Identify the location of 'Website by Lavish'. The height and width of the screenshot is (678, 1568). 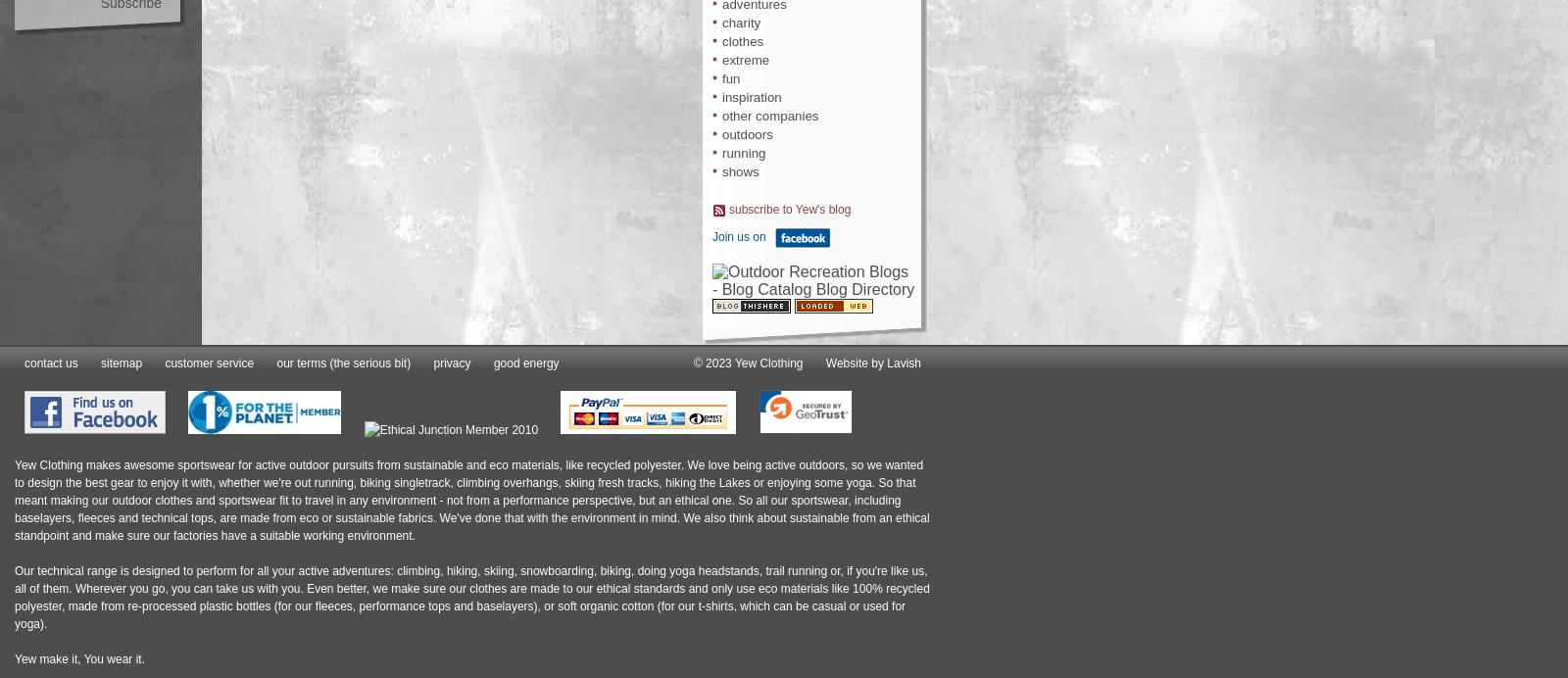
(823, 363).